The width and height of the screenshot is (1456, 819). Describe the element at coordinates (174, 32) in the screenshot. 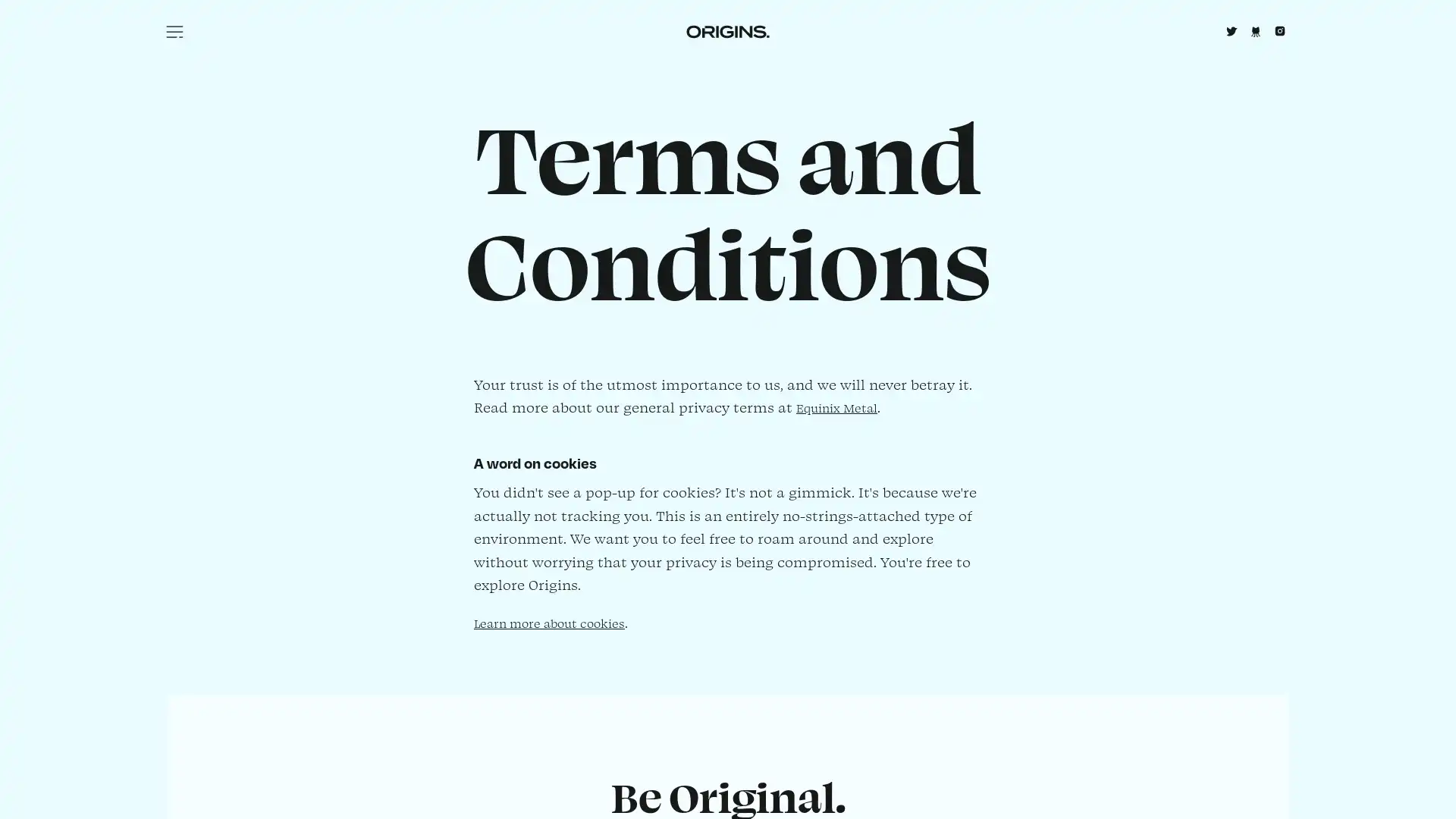

I see `Menu icon` at that location.